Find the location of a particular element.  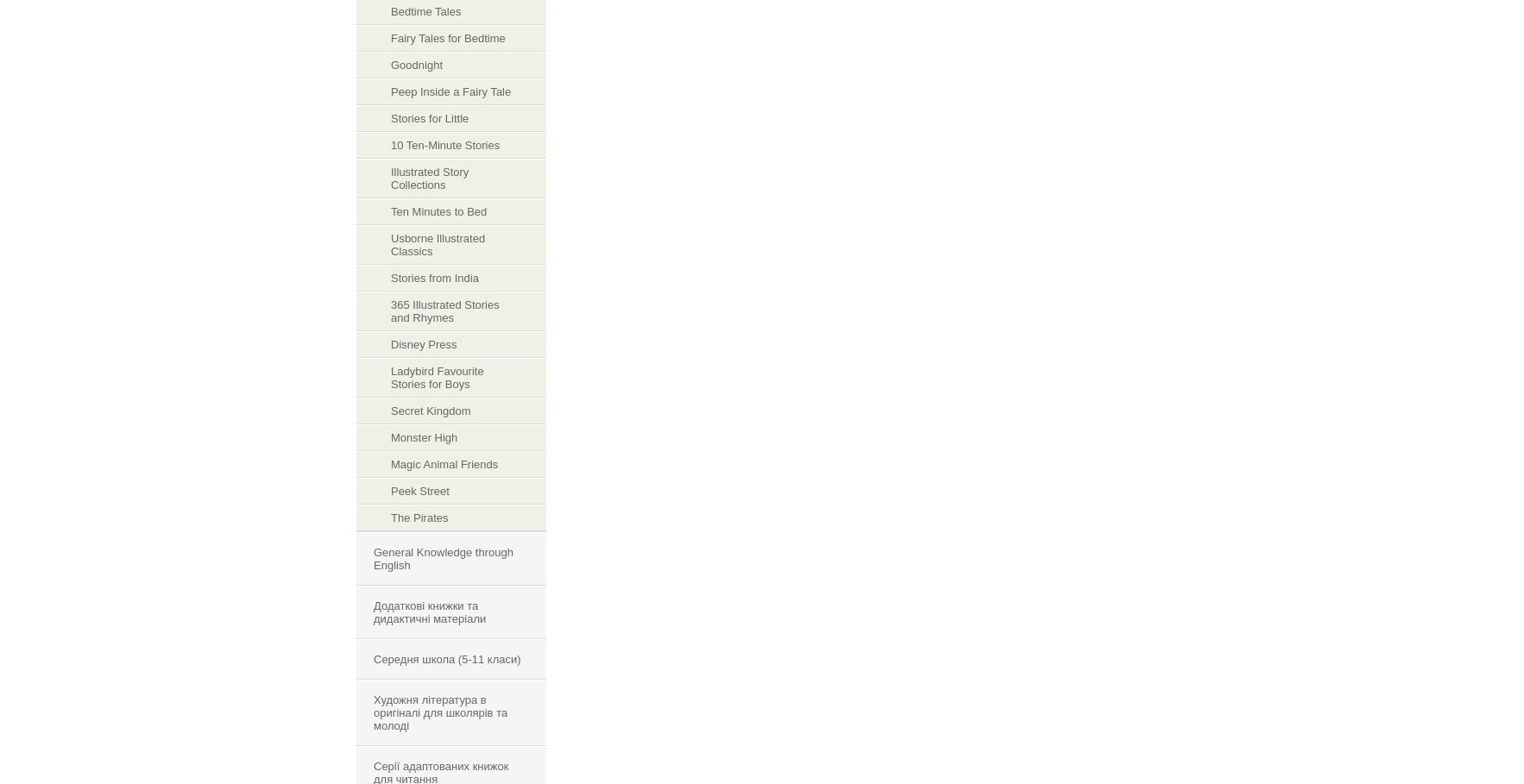

'365 Illustrated Stories and Rhymes' is located at coordinates (390, 310).